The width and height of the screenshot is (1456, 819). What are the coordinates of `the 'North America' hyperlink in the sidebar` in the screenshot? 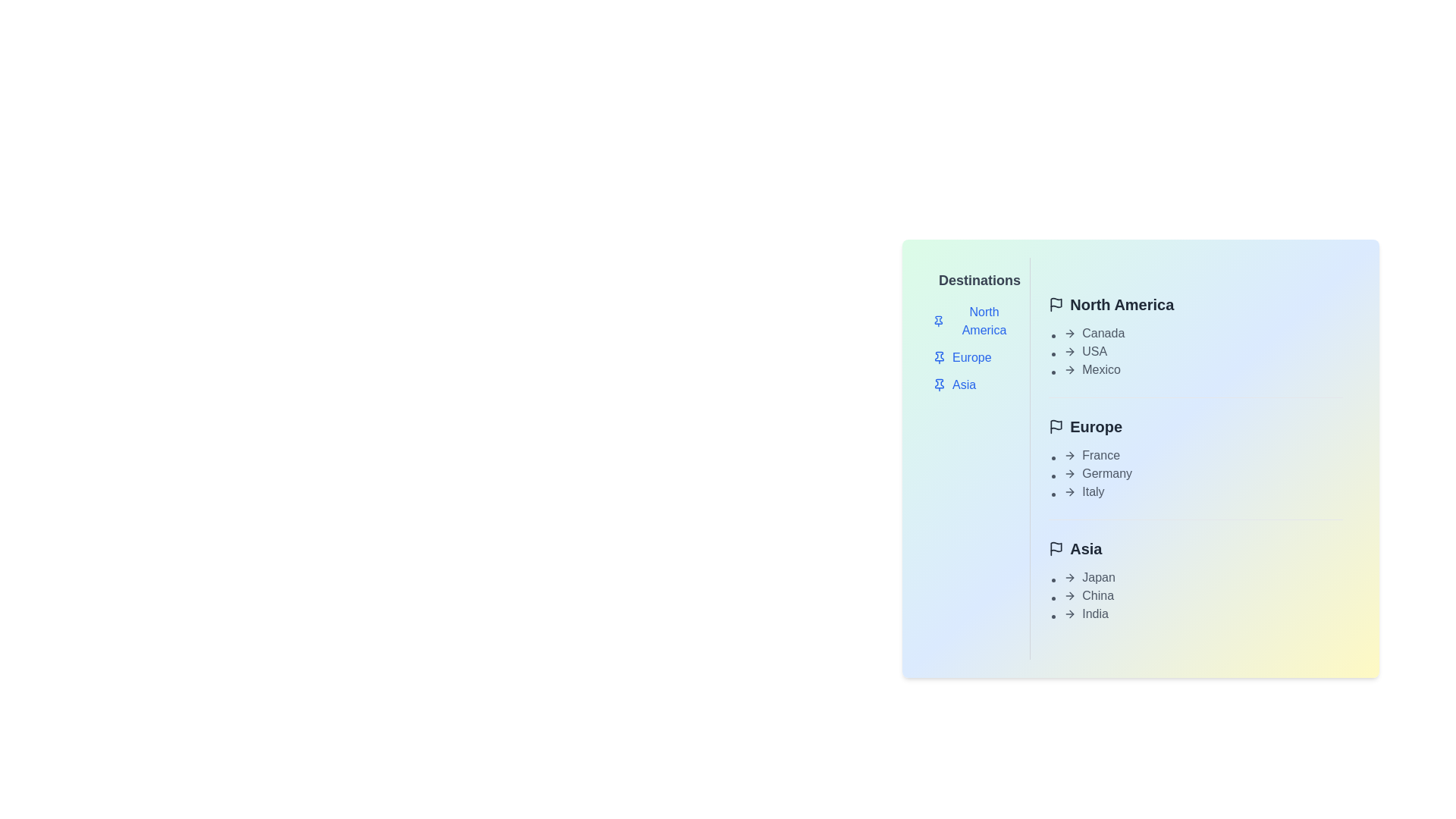 It's located at (975, 321).